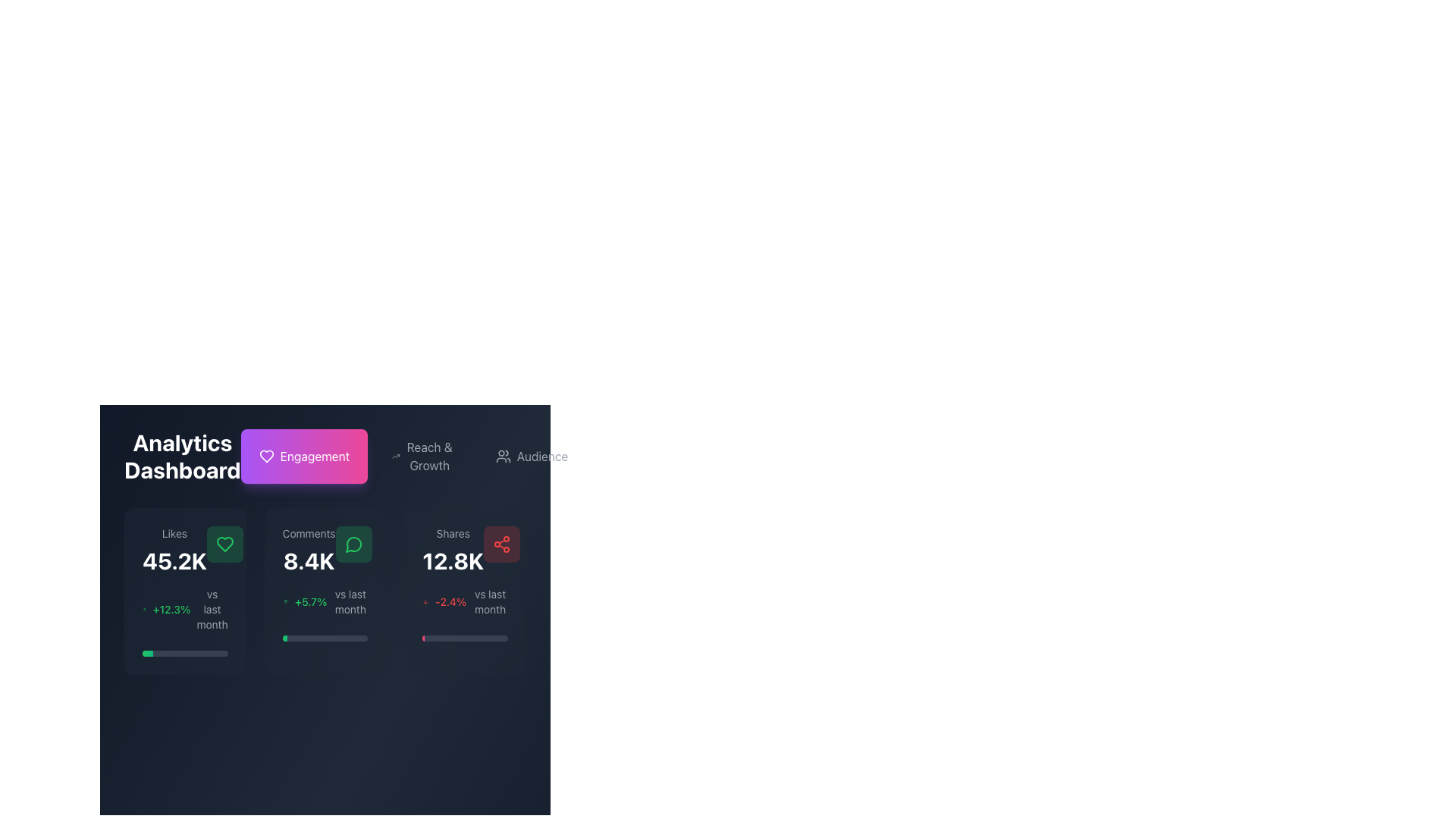 Image resolution: width=1456 pixels, height=819 pixels. Describe the element at coordinates (452, 550) in the screenshot. I see `the 'Shares' static text displaying the numerical statistic '12.8K', which is located on the right side of the grid, third in the sequence among similar elements ('Likes' and 'Comments')` at that location.